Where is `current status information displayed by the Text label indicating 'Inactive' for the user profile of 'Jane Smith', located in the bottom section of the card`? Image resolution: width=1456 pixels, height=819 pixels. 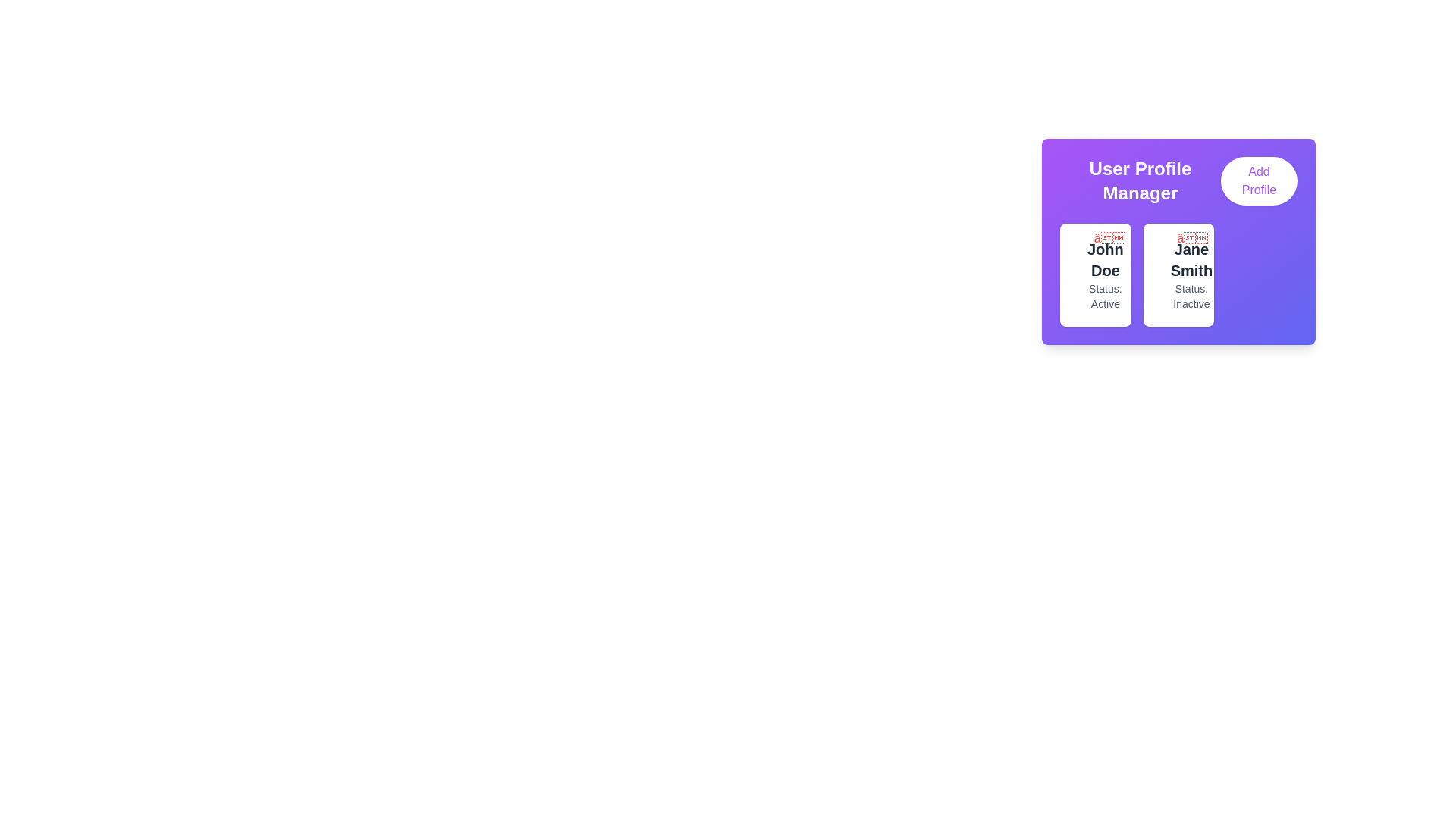 current status information displayed by the Text label indicating 'Inactive' for the user profile of 'Jane Smith', located in the bottom section of the card is located at coordinates (1191, 296).